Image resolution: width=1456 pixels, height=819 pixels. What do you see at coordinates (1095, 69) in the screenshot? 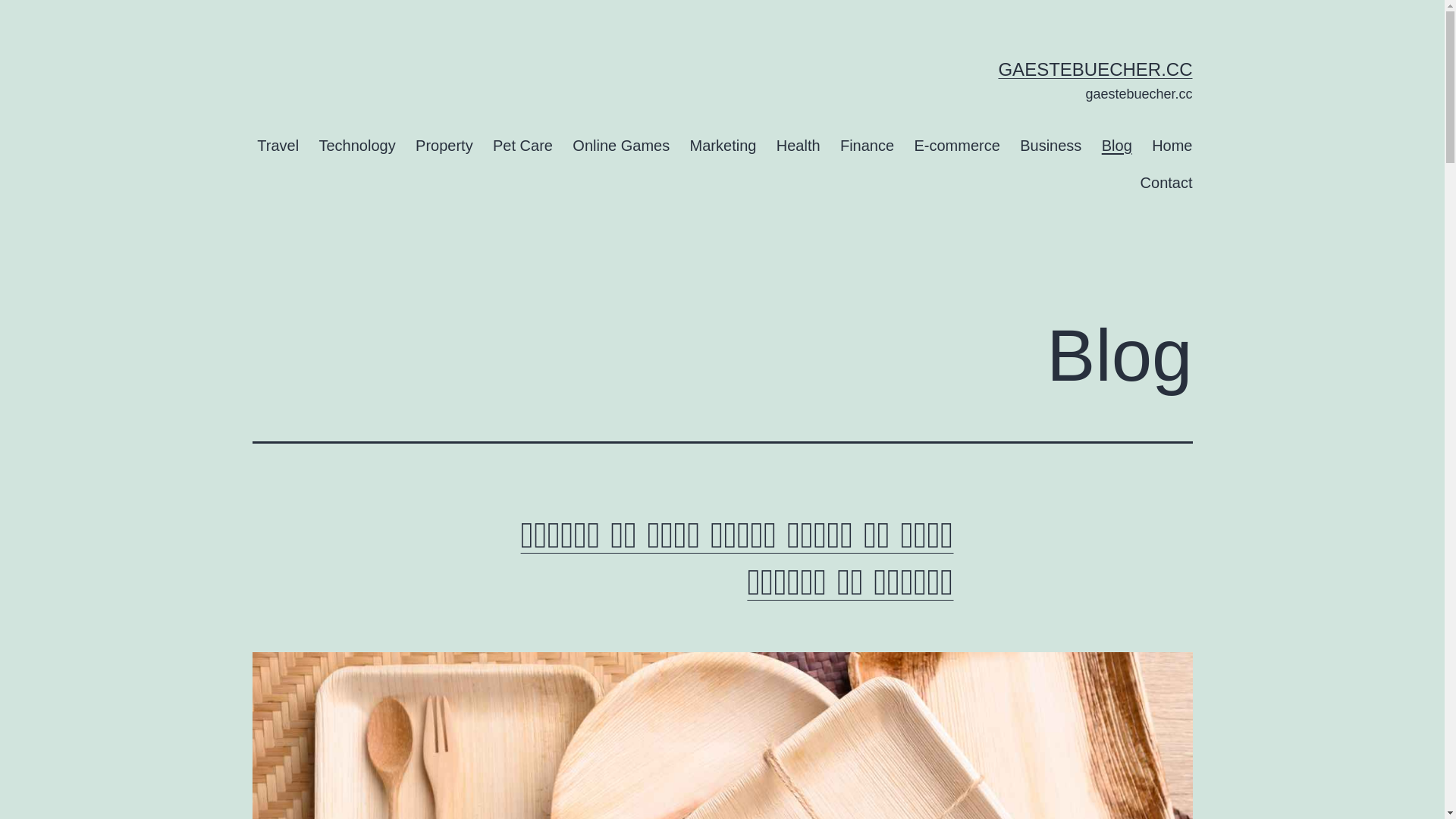
I see `'GAESTEBUECHER.CC'` at bounding box center [1095, 69].